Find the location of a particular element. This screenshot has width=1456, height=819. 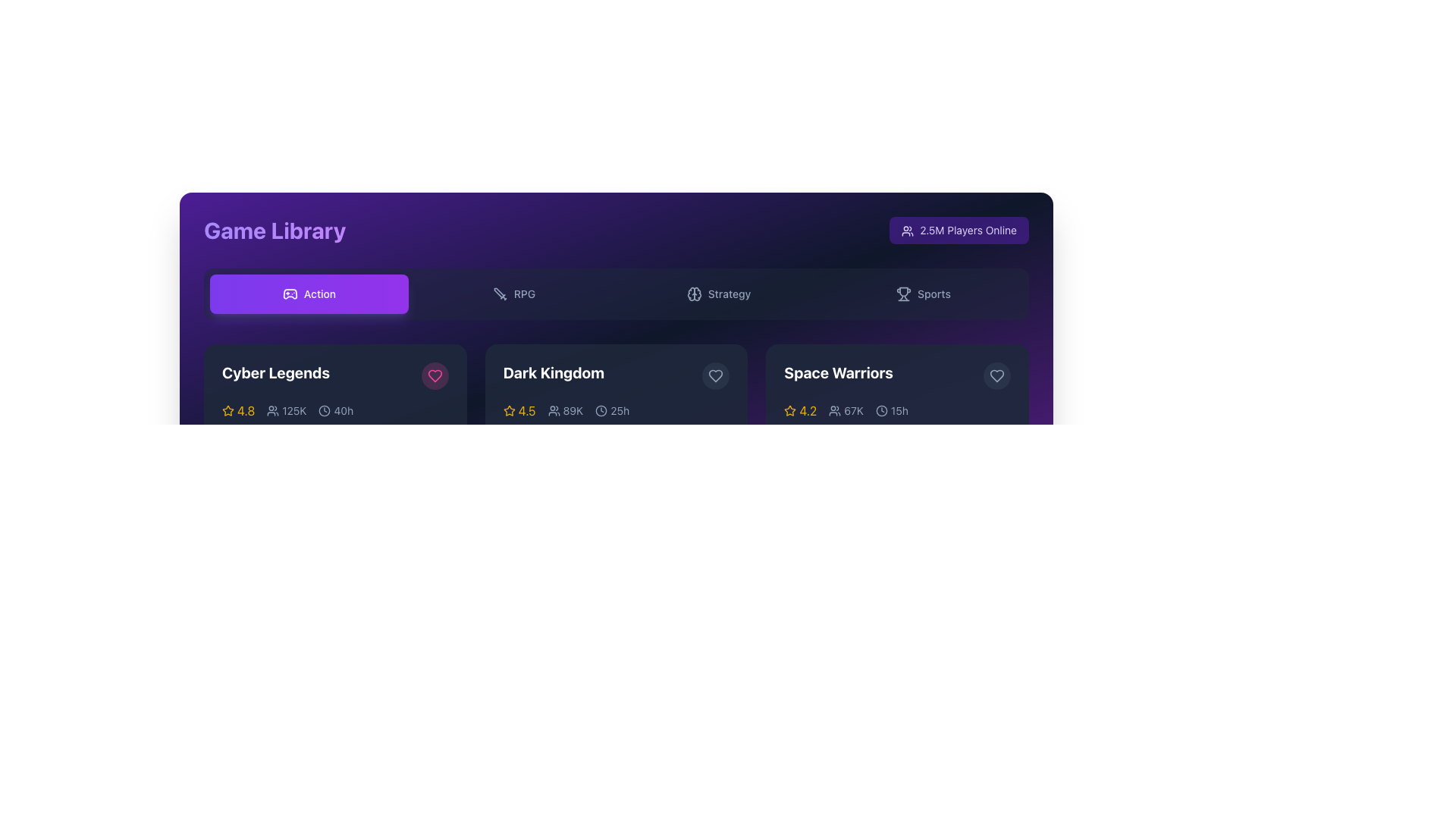

the 'Sports' button, which is a rectangular button with rounded corners and a trophy icon is located at coordinates (923, 294).